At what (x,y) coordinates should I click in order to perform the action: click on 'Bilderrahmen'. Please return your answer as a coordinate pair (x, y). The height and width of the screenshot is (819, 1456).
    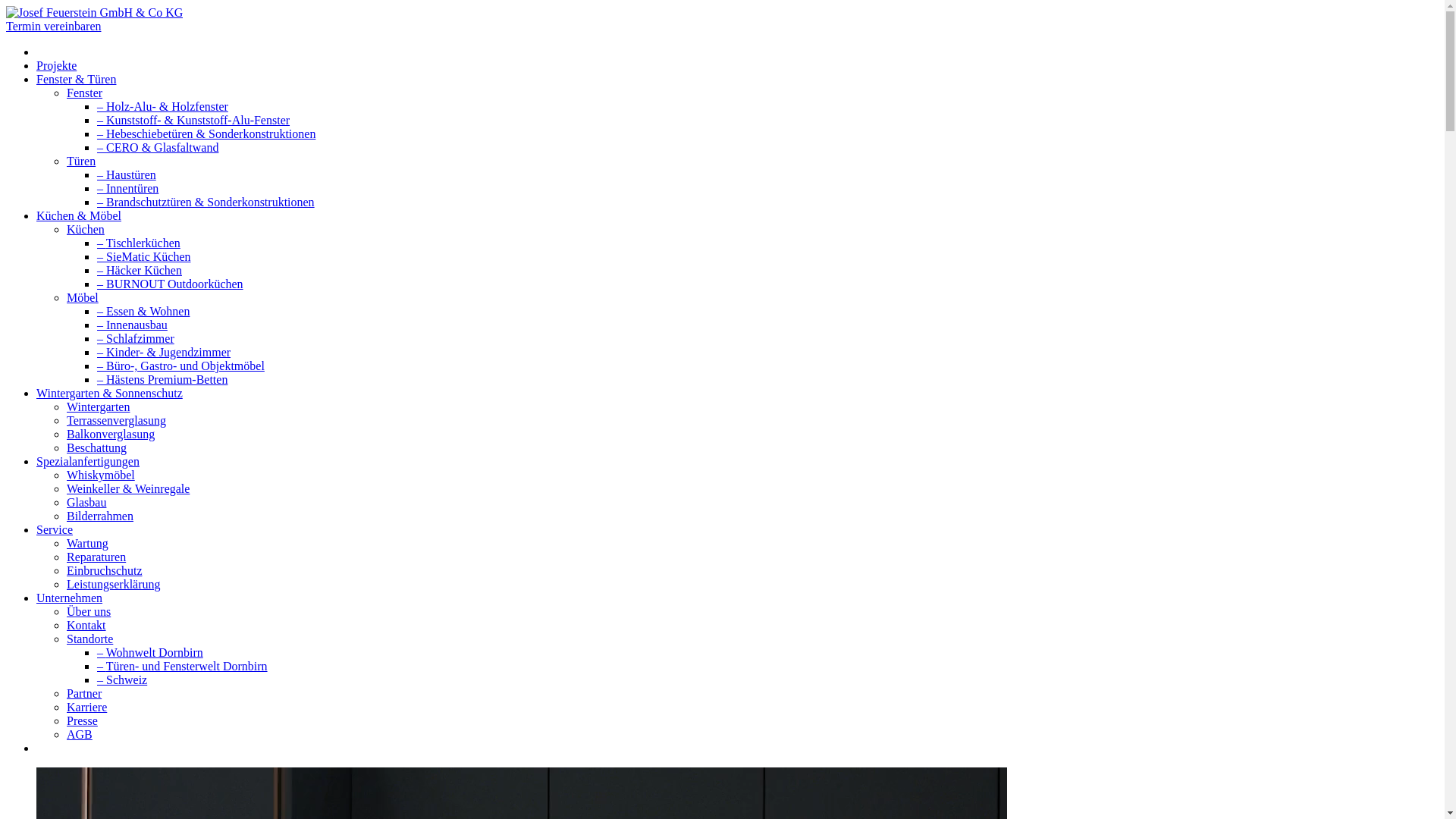
    Looking at the image, I should click on (99, 515).